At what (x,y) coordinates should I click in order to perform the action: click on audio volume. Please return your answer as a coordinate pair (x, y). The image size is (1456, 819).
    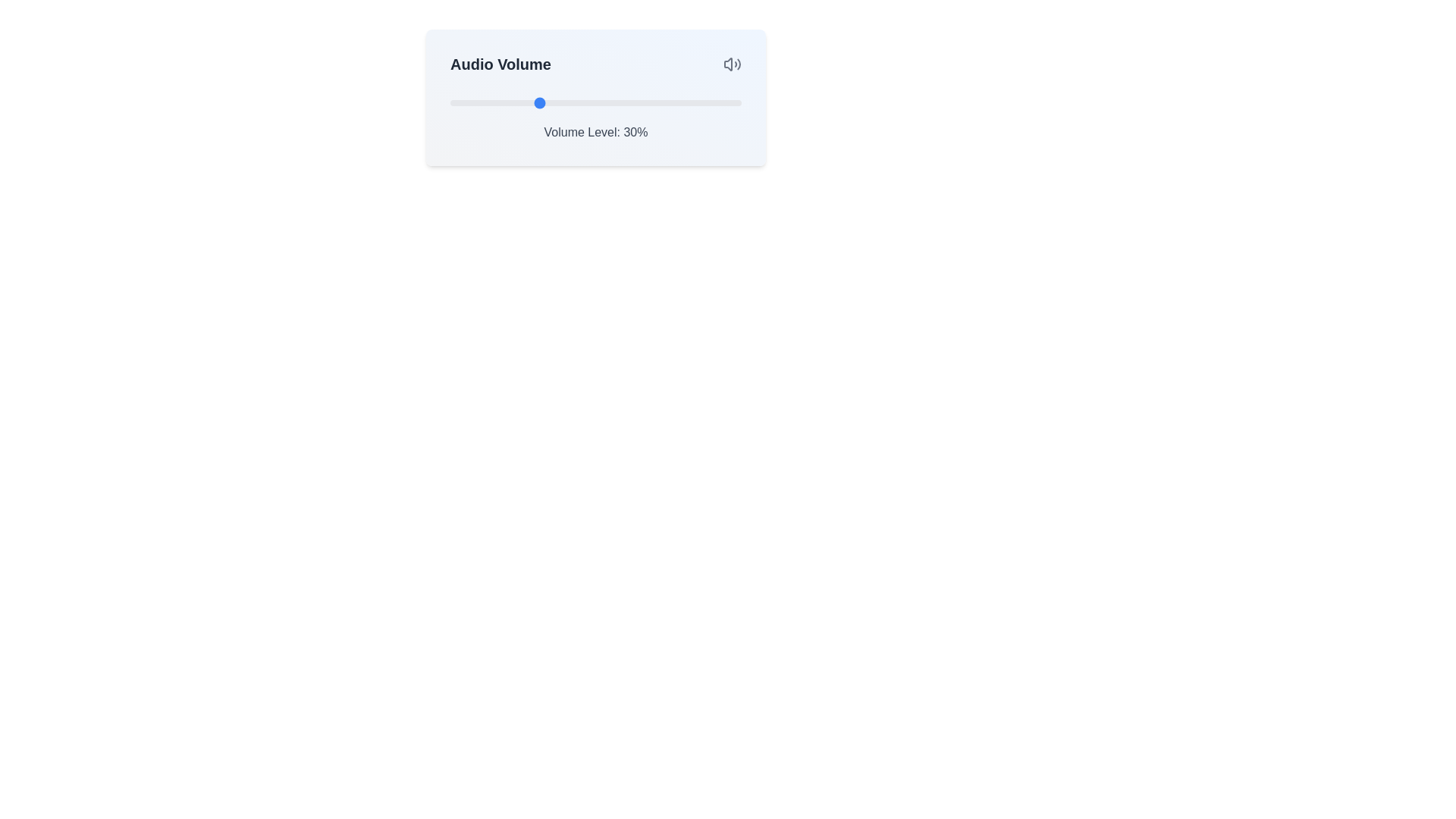
    Looking at the image, I should click on (733, 102).